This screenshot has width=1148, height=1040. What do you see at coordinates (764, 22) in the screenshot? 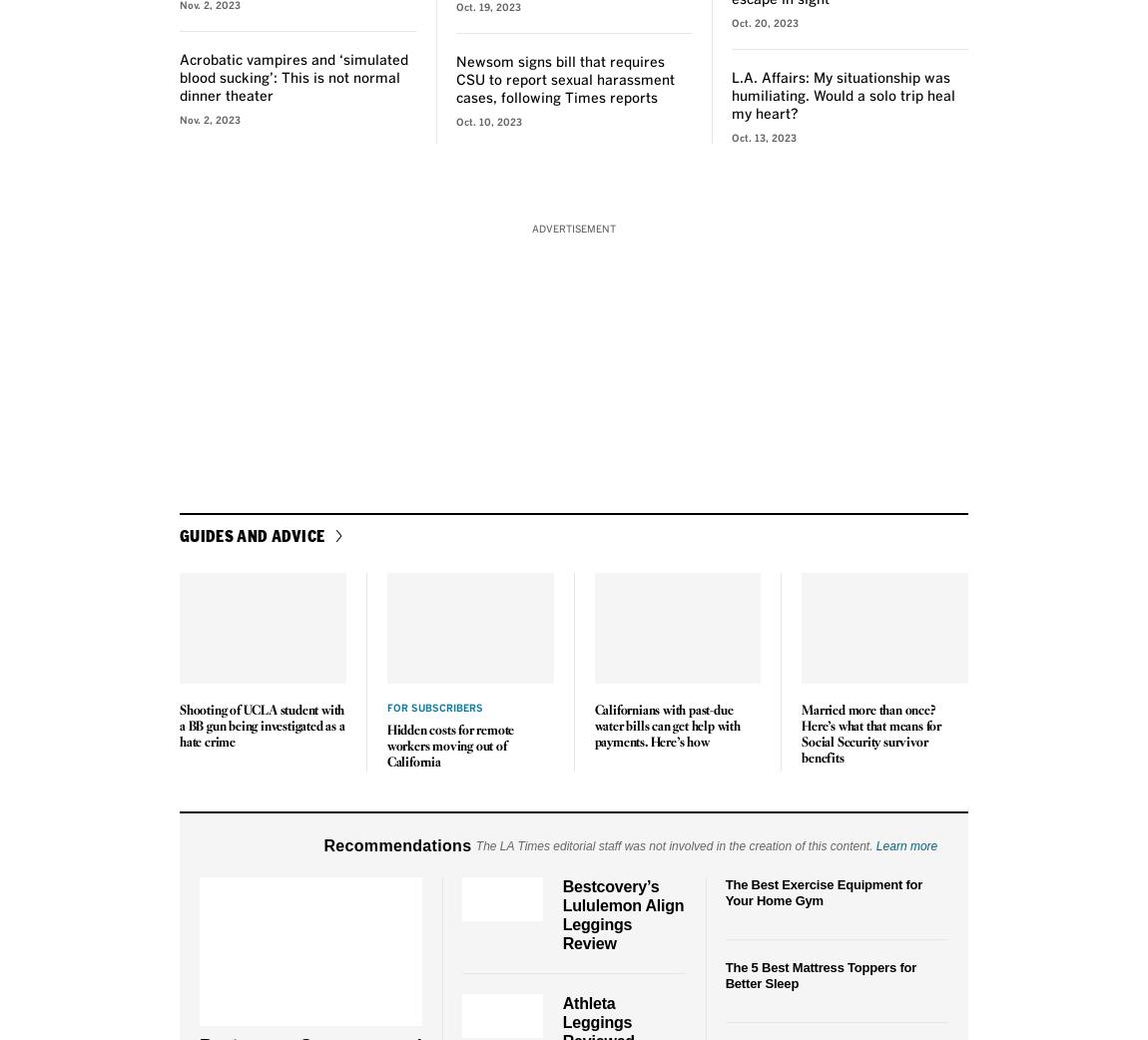
I see `'Oct. 20, 2023'` at bounding box center [764, 22].